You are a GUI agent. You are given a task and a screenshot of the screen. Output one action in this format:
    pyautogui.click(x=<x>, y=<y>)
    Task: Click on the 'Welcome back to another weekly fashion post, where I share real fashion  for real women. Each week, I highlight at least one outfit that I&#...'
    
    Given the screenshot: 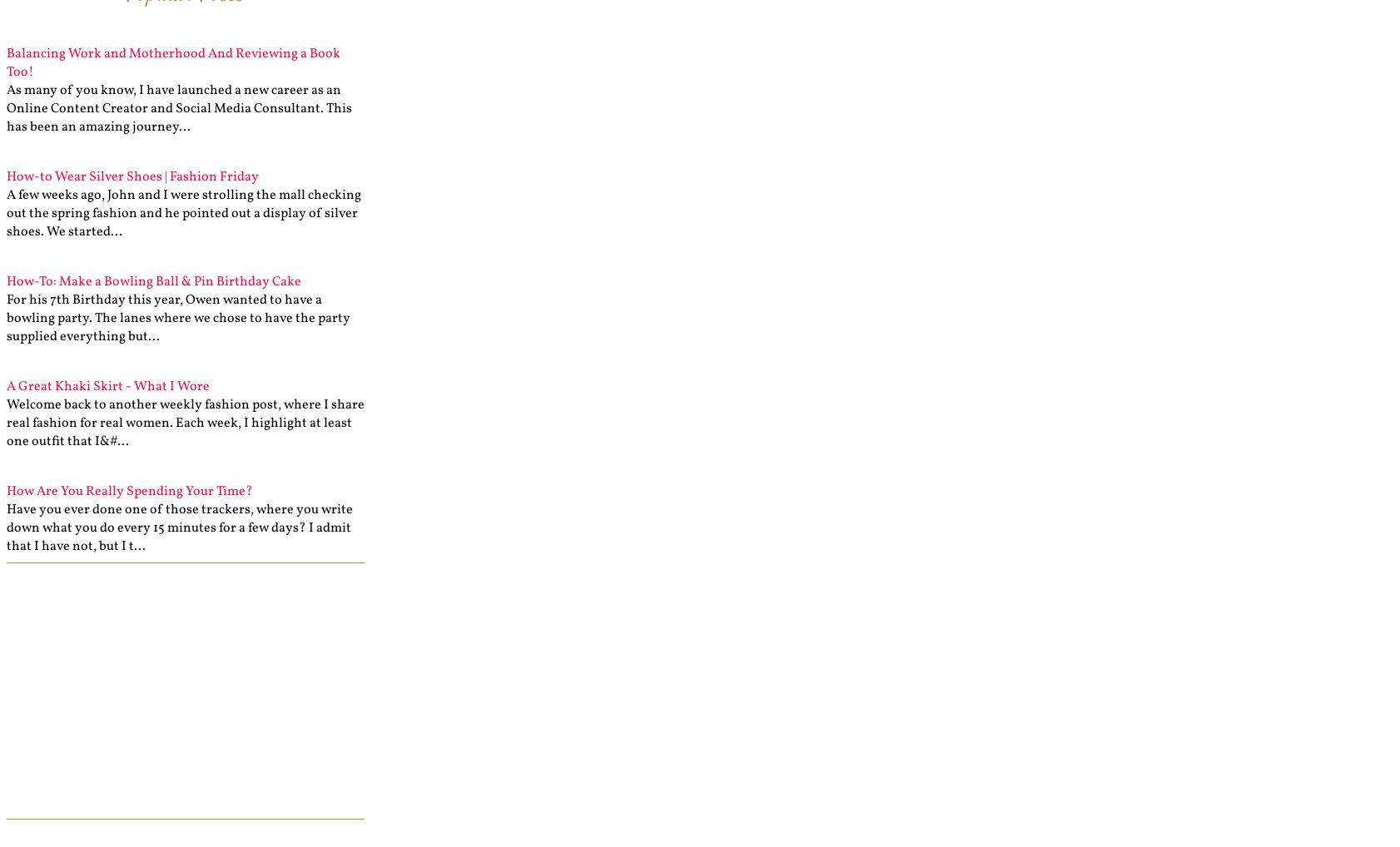 What is the action you would take?
    pyautogui.click(x=6, y=423)
    